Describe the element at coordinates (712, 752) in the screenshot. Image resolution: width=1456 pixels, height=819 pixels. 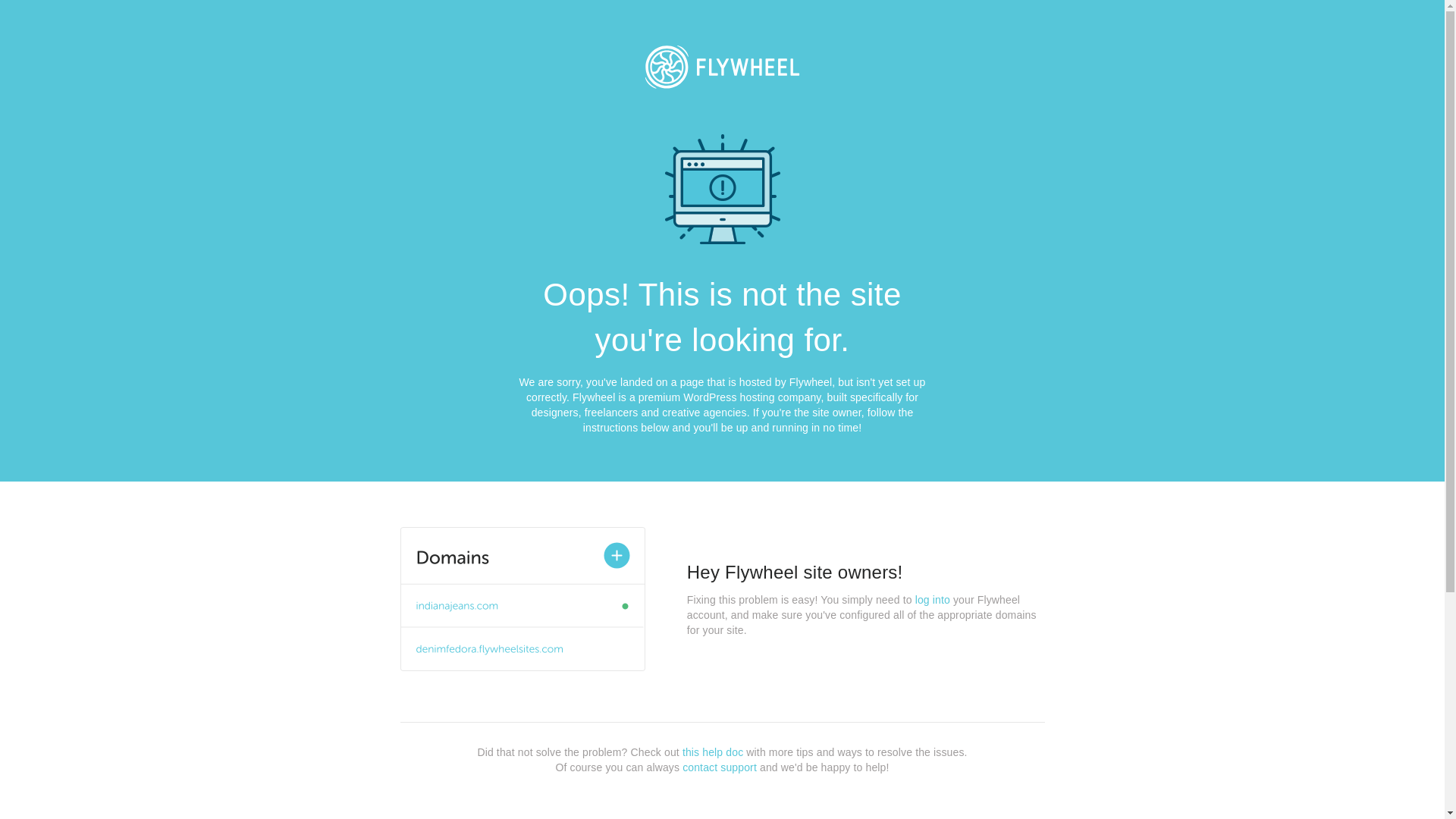
I see `'this help doc'` at that location.